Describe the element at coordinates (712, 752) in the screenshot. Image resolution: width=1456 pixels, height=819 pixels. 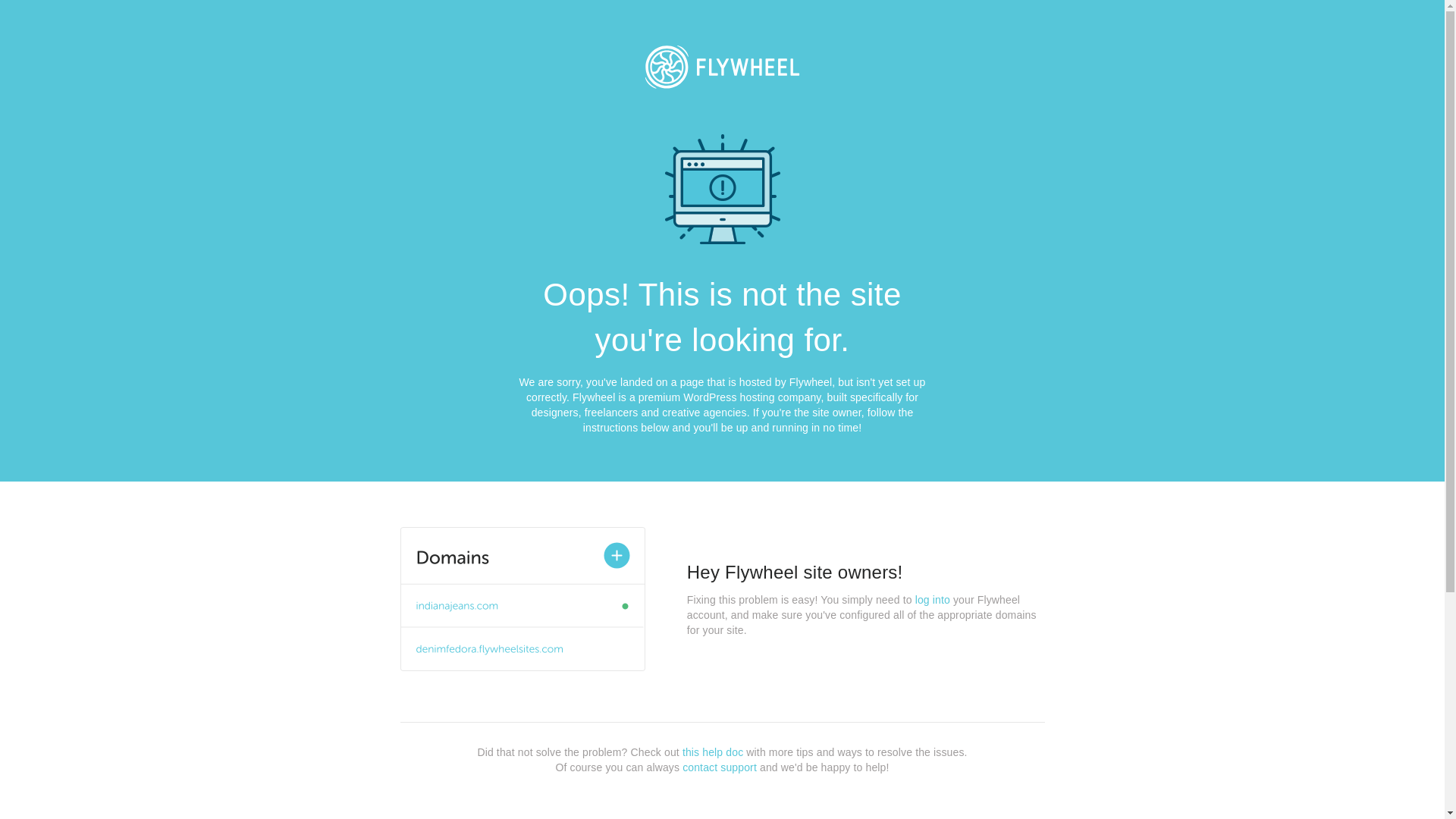
I see `'this help doc'` at that location.